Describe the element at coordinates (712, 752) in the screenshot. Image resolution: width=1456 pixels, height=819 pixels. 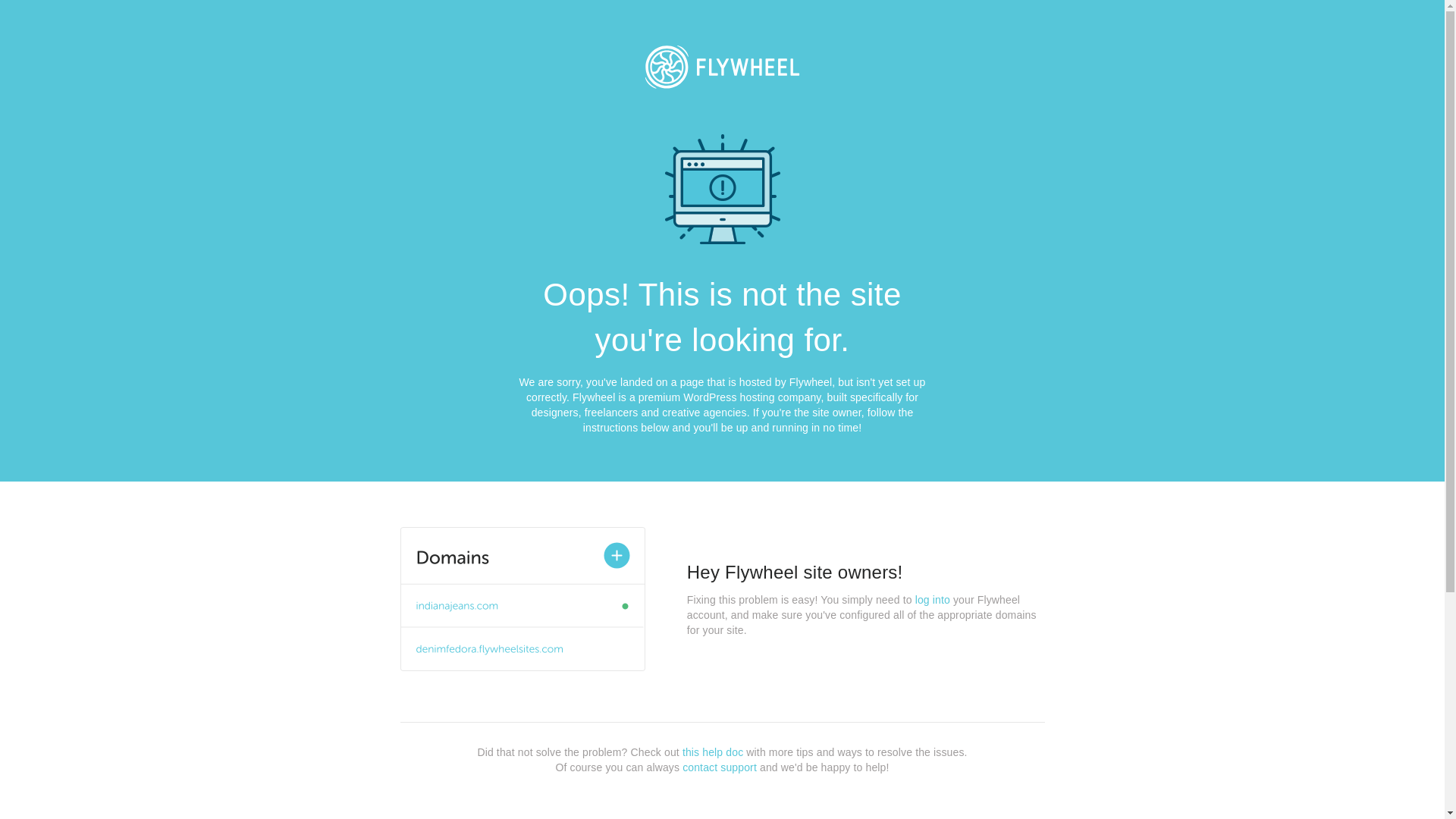
I see `'this help doc'` at that location.